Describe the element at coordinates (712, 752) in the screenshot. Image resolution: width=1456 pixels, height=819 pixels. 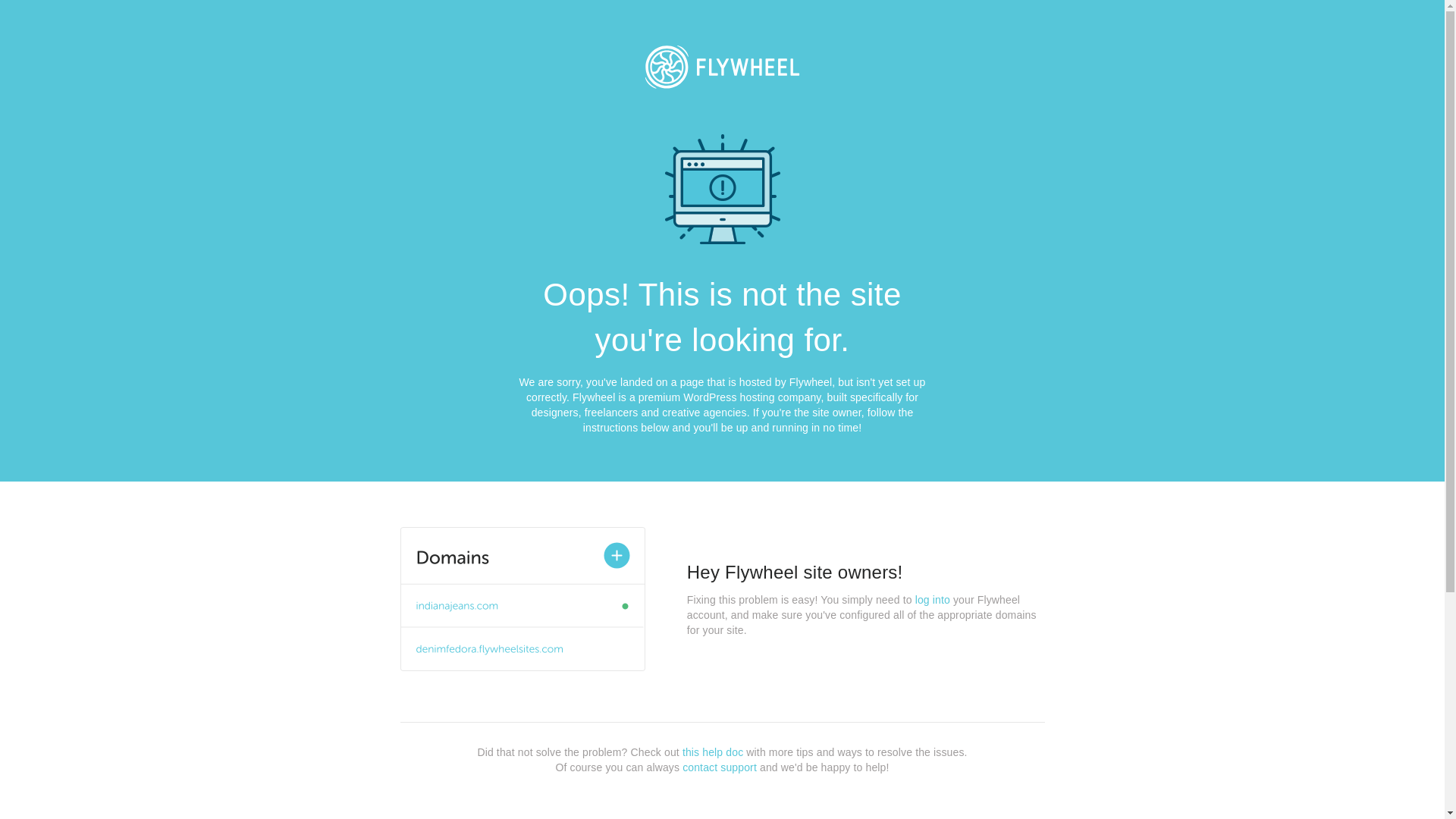
I see `'this help doc'` at that location.